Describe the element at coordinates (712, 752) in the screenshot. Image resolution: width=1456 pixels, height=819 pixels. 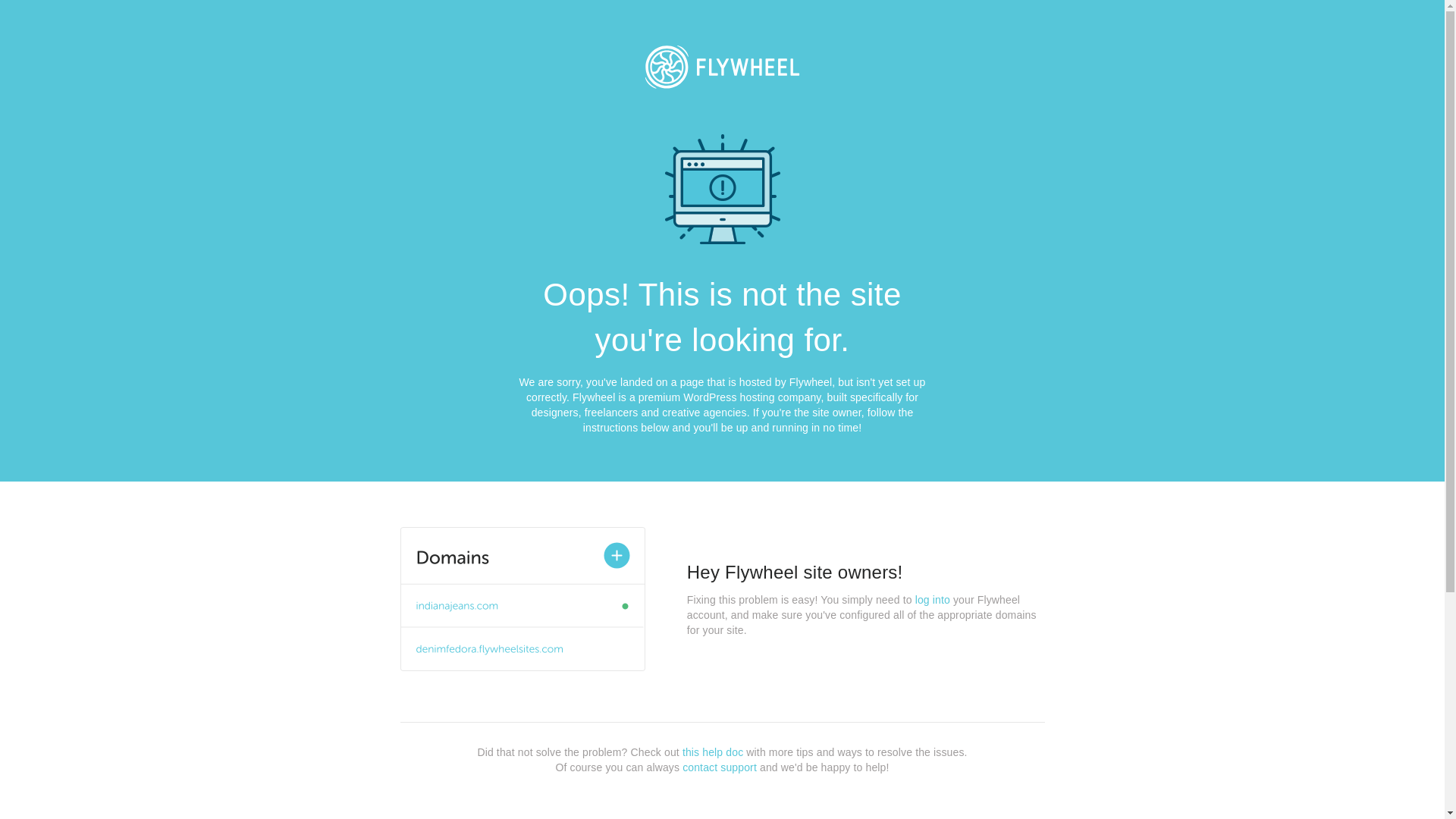
I see `'this help doc'` at that location.